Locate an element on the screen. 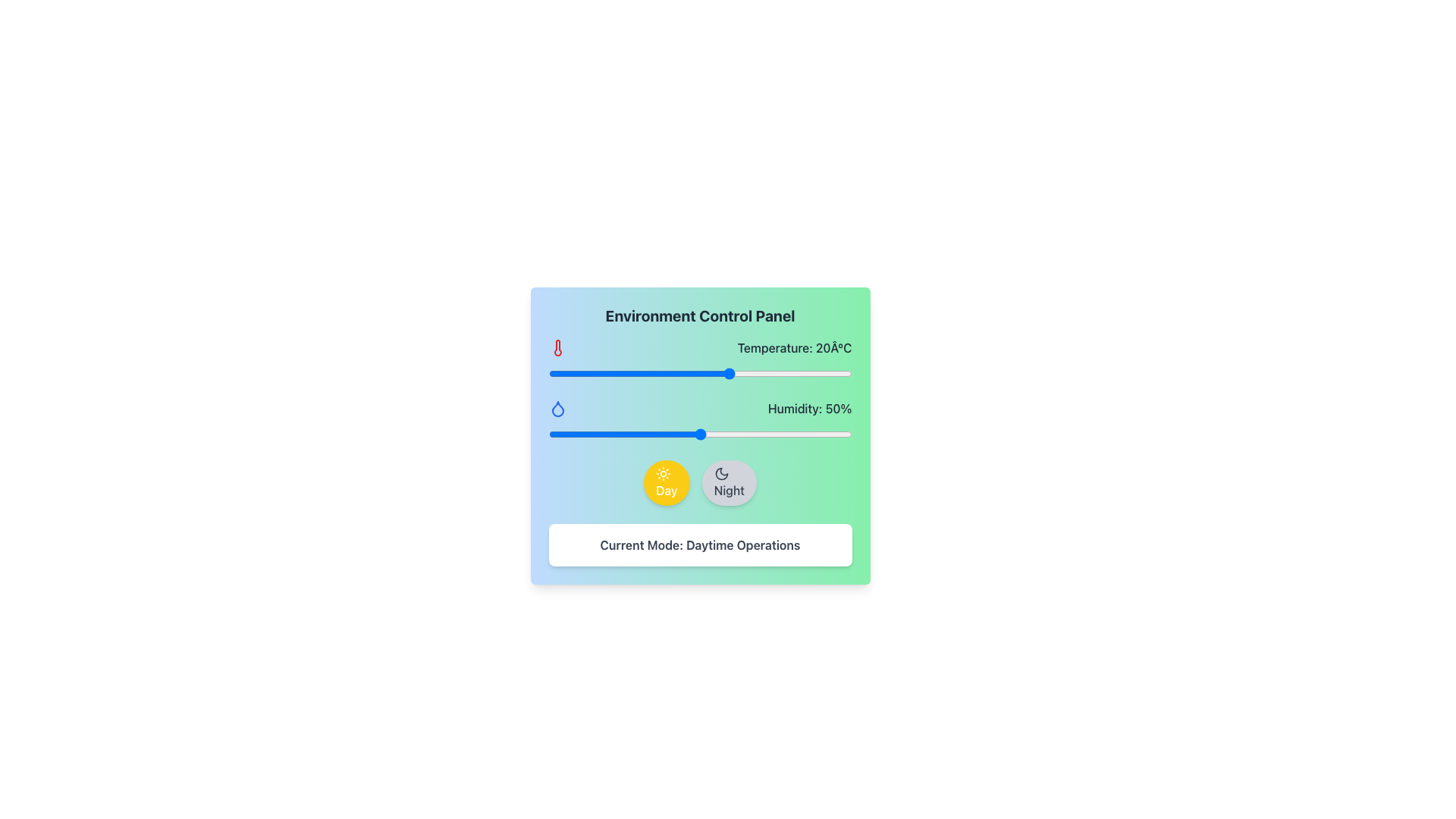  the humidity is located at coordinates (575, 435).